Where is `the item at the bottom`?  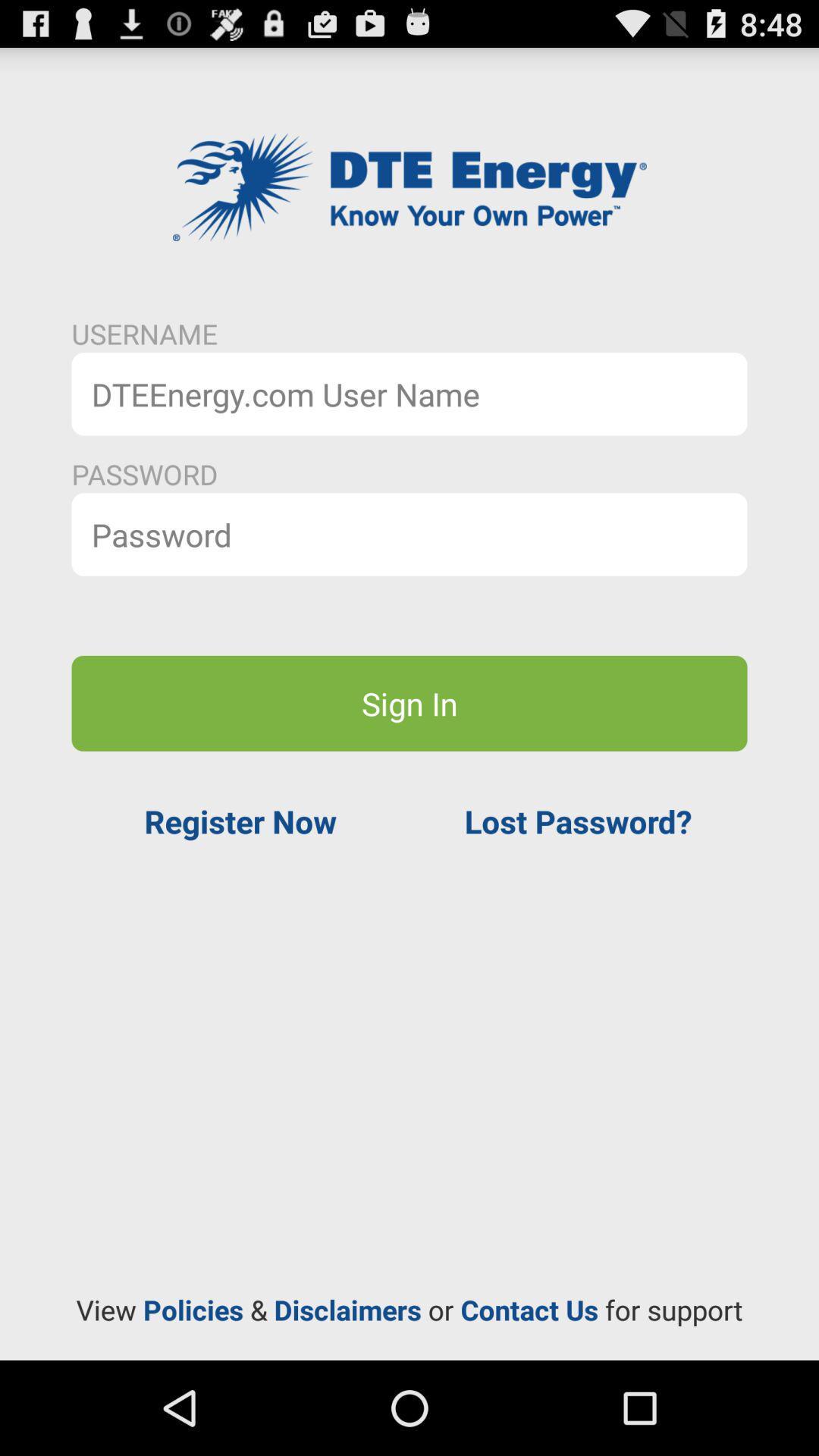
the item at the bottom is located at coordinates (409, 1309).